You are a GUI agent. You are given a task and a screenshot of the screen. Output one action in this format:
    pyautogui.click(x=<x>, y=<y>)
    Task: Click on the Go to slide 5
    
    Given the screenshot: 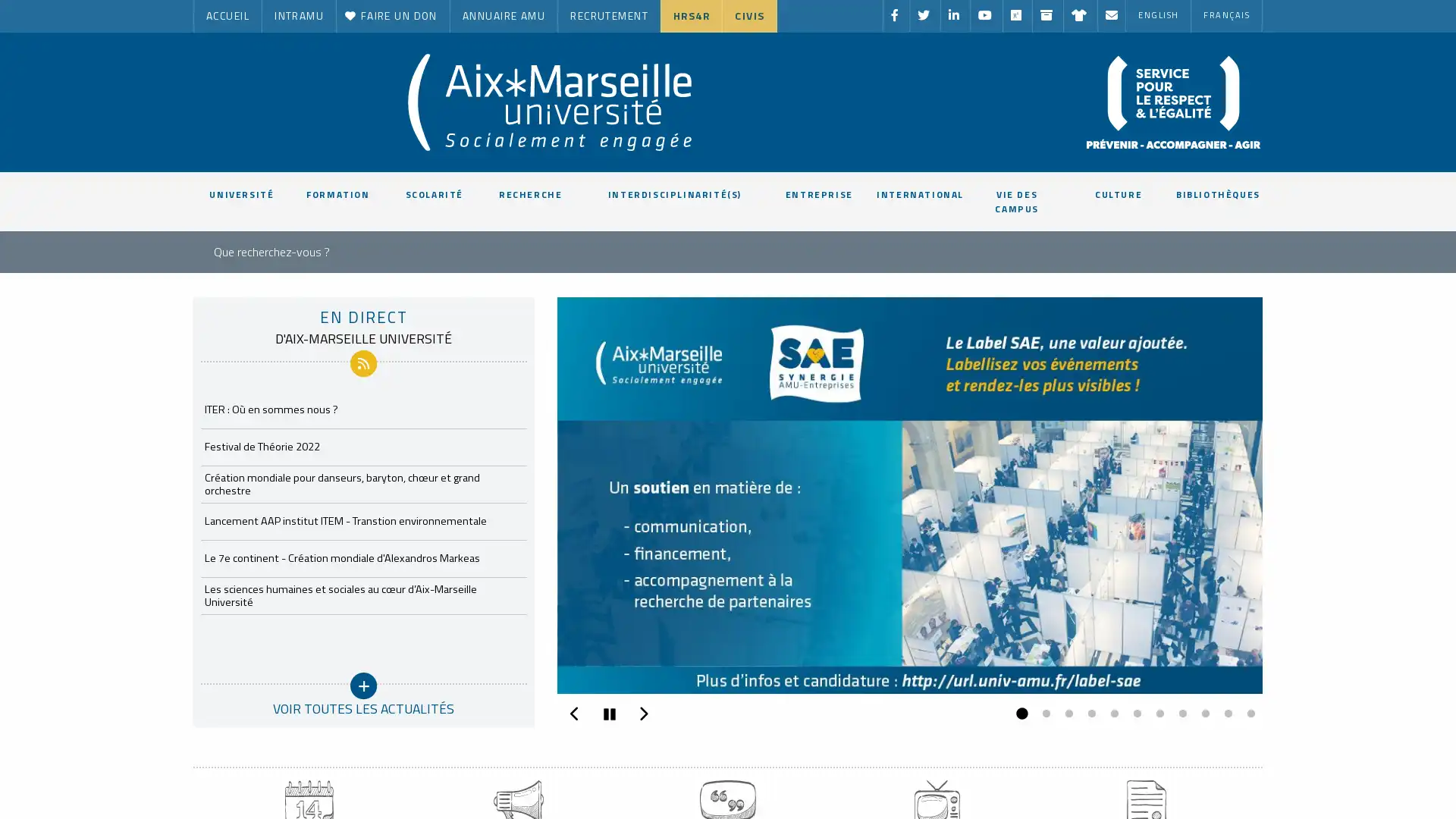 What is the action you would take?
    pyautogui.click(x=1110, y=714)
    